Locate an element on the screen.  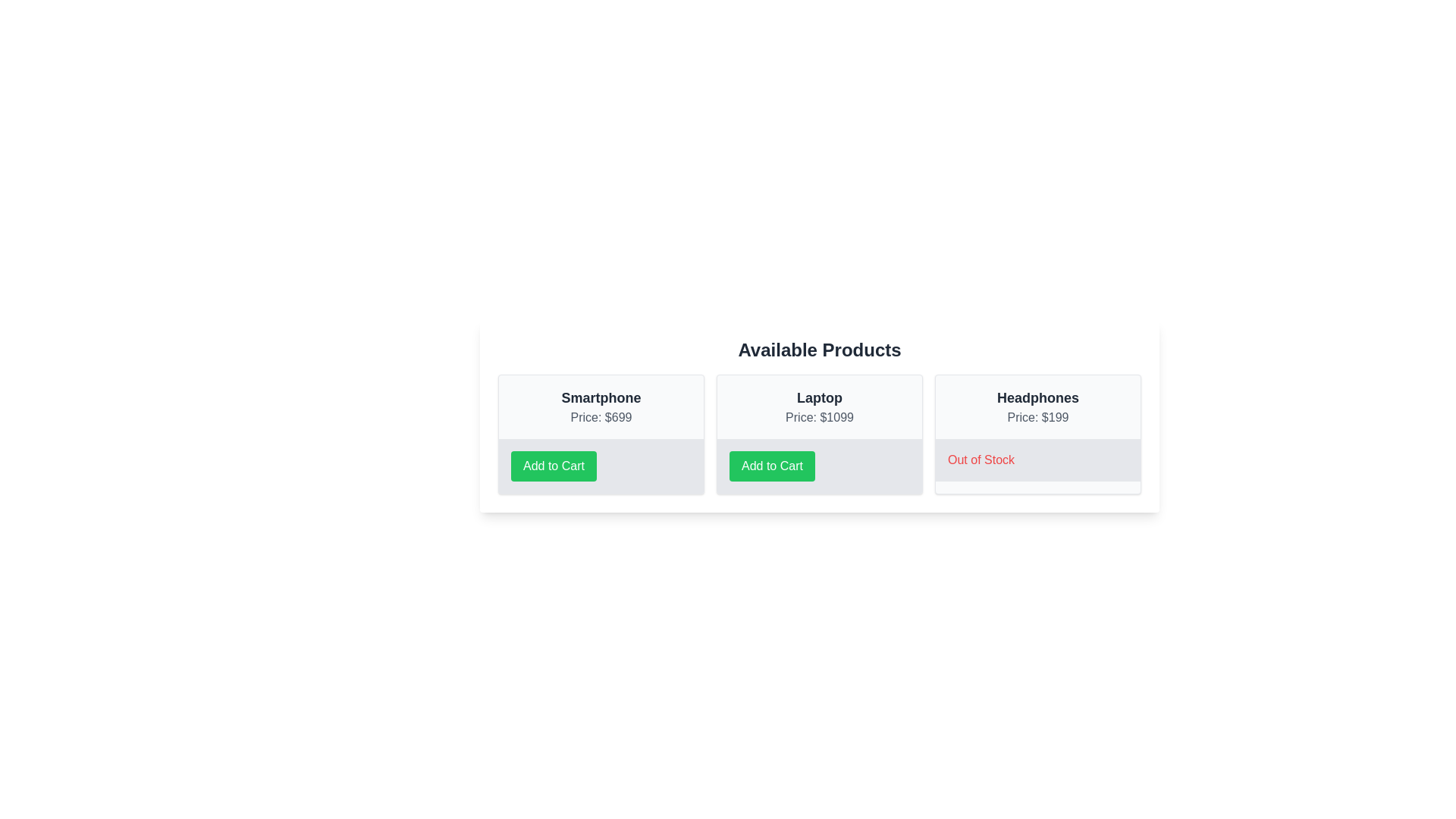
the Information card displaying 'Headphones' with a light gray background, which contains the subtitle 'Price: $199' and the label 'Out of Stock' in bold red text is located at coordinates (1037, 435).